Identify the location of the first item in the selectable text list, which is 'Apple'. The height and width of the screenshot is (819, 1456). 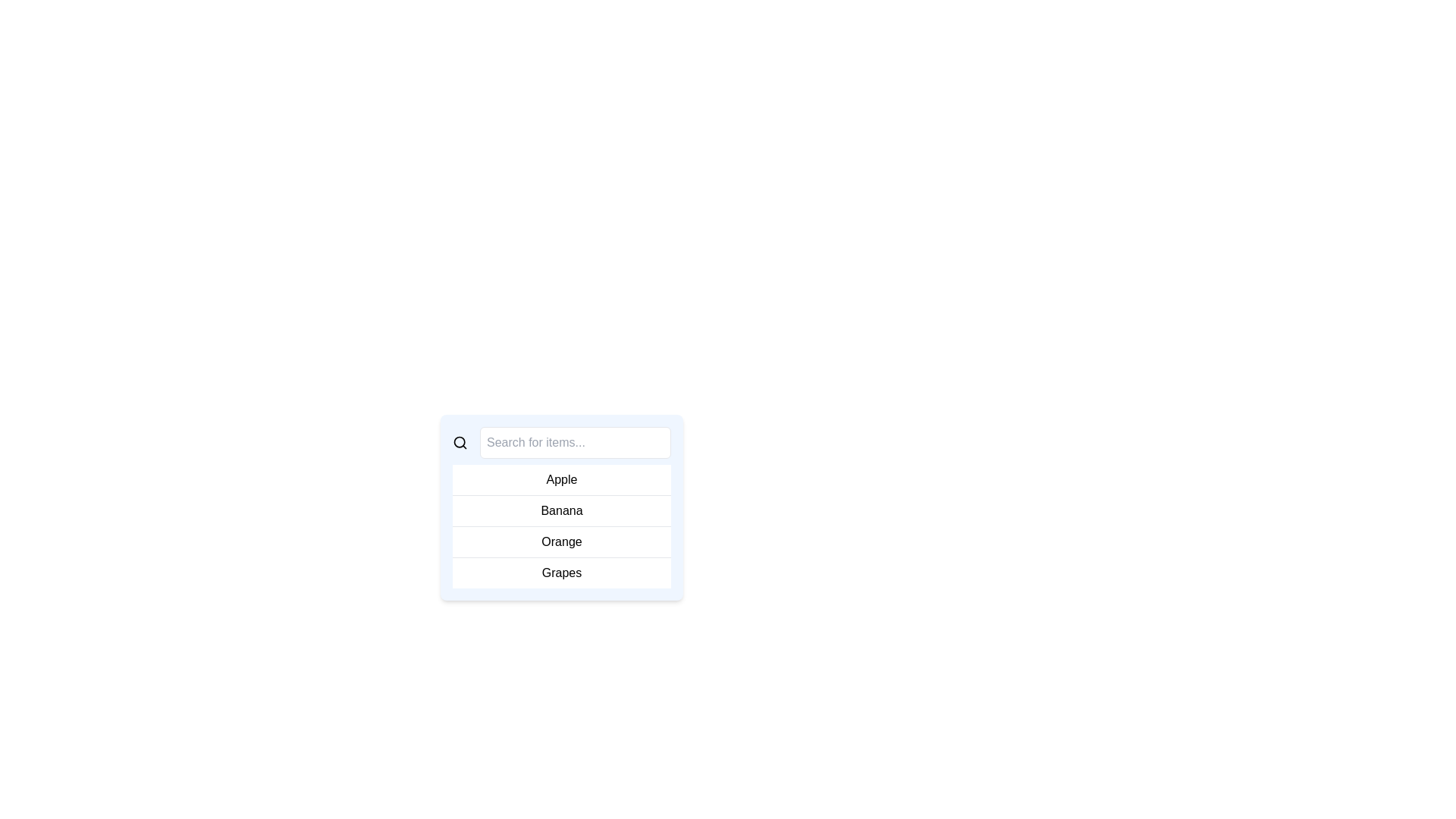
(560, 480).